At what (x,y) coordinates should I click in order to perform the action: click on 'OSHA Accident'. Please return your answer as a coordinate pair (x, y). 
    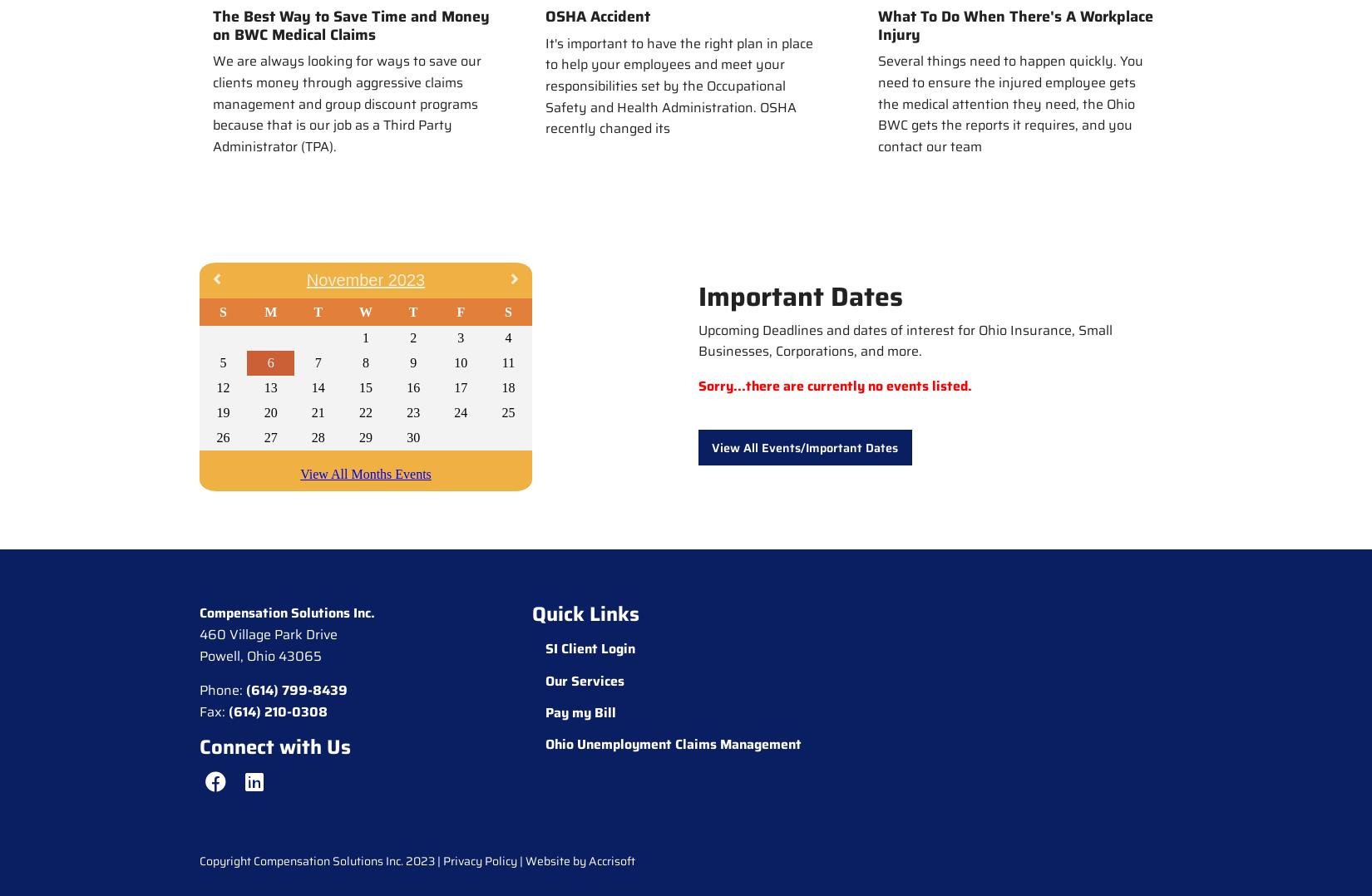
    Looking at the image, I should click on (597, 16).